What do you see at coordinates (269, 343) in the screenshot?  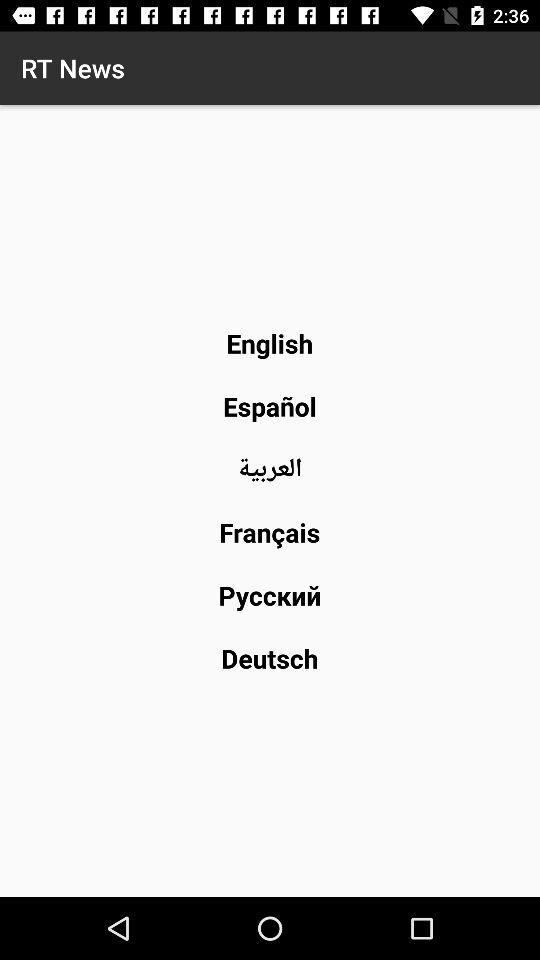 I see `the english` at bounding box center [269, 343].